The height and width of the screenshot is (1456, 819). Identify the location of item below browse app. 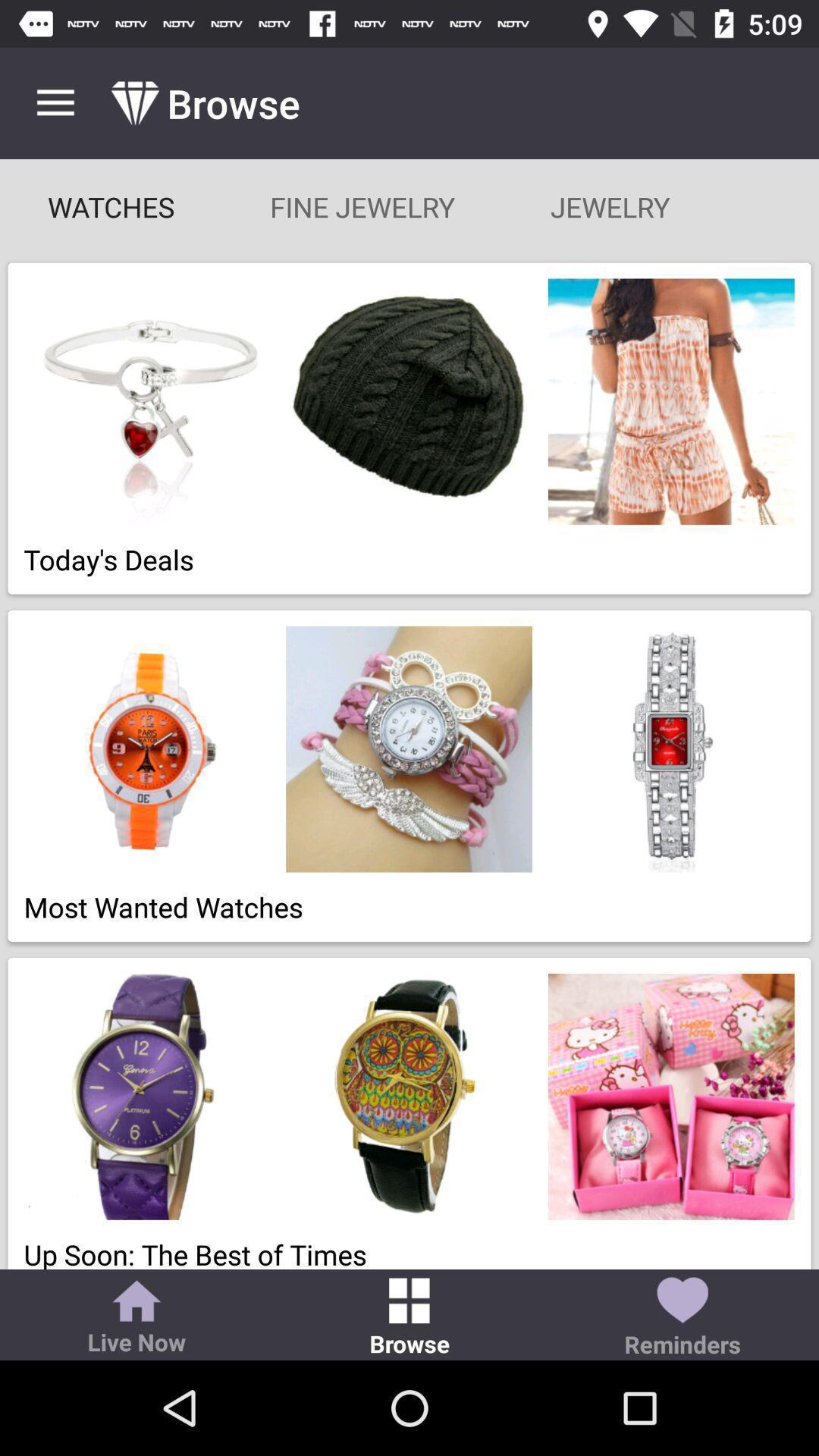
(362, 206).